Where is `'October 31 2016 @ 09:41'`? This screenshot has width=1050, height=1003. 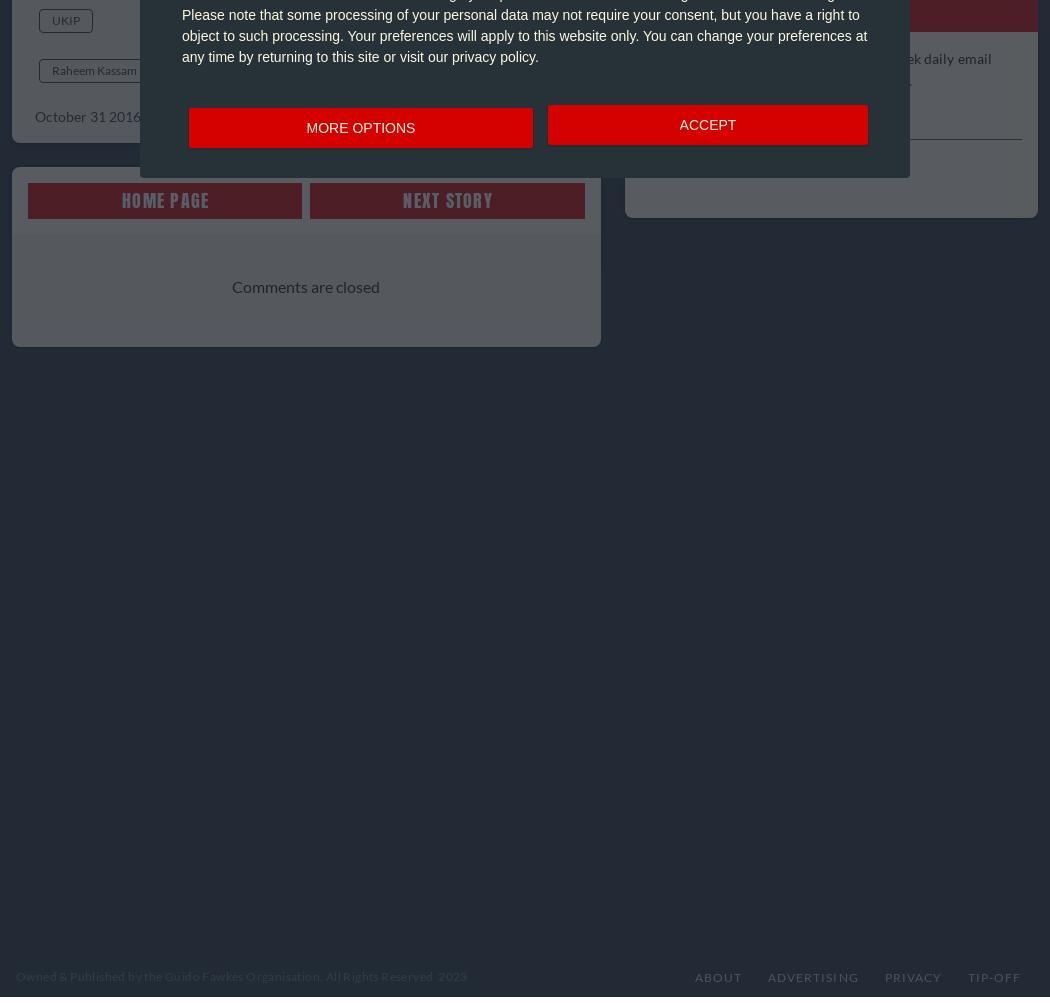 'October 31 2016 @ 09:41' is located at coordinates (34, 115).